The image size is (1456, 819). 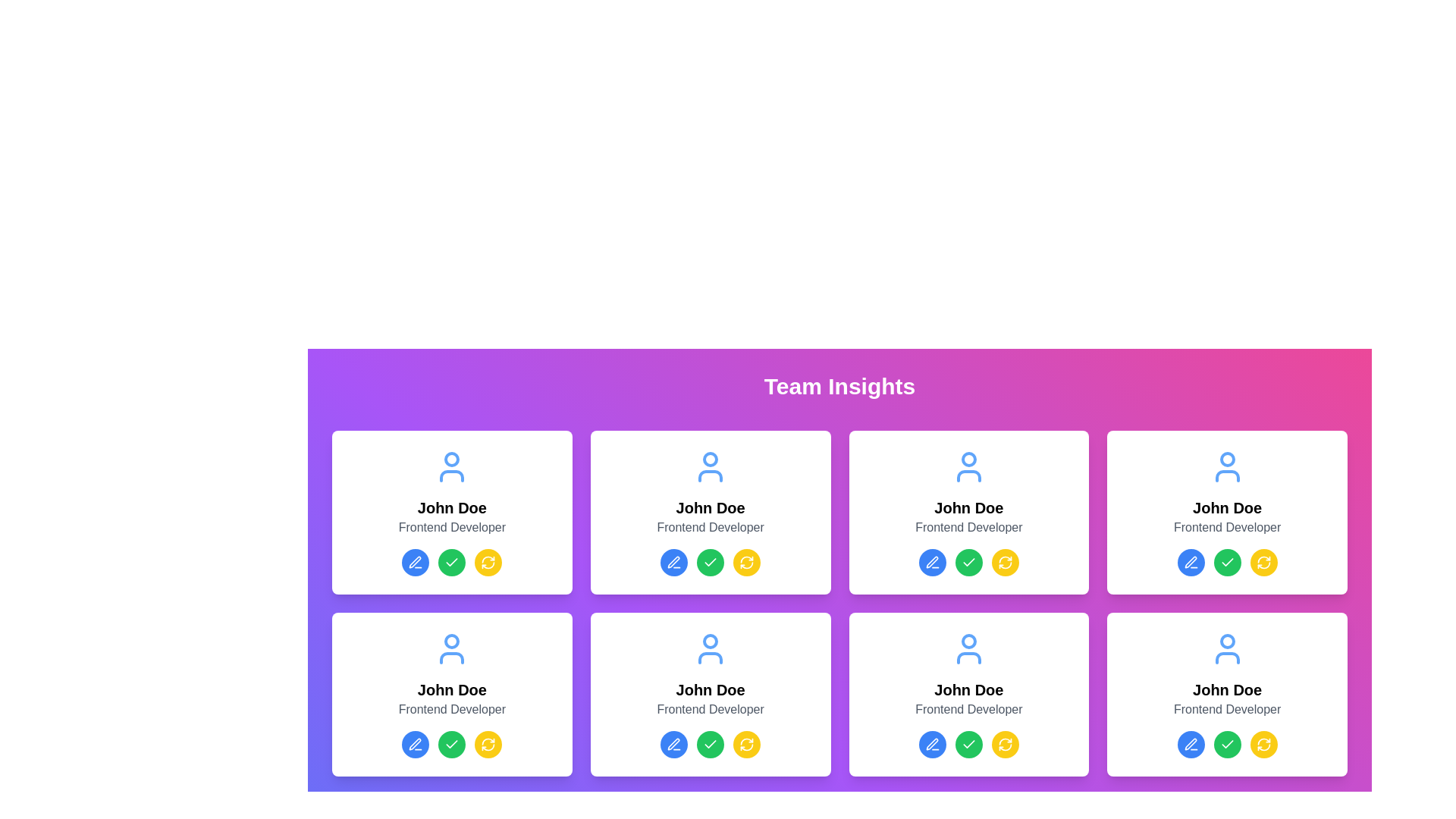 What do you see at coordinates (839, 385) in the screenshot?
I see `text from the 'Team Insights' Text Label, which is bold and white on a gradient background` at bounding box center [839, 385].